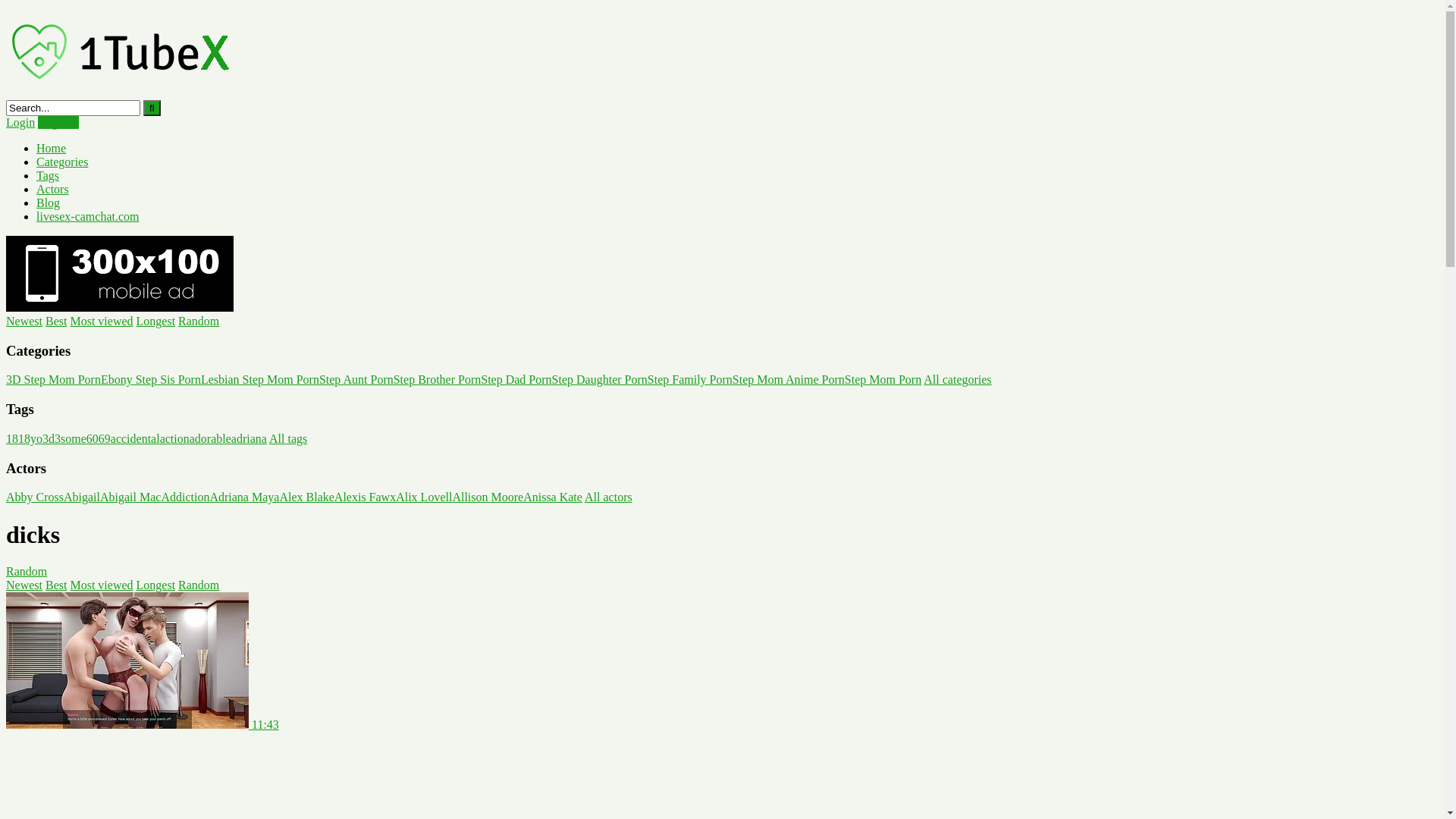  What do you see at coordinates (20, 121) in the screenshot?
I see `'Login'` at bounding box center [20, 121].